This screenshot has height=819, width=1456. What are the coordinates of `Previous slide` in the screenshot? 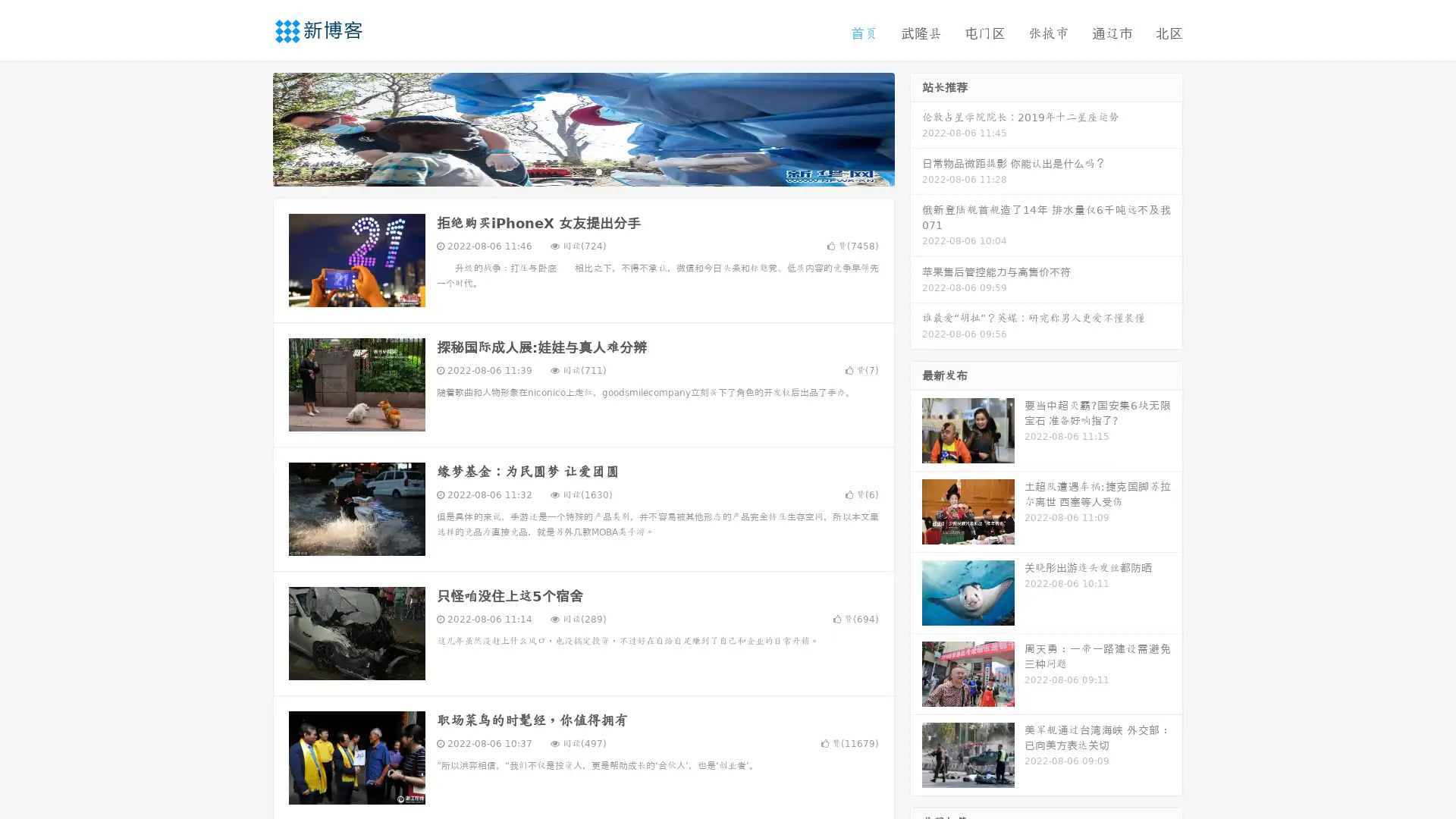 It's located at (250, 127).